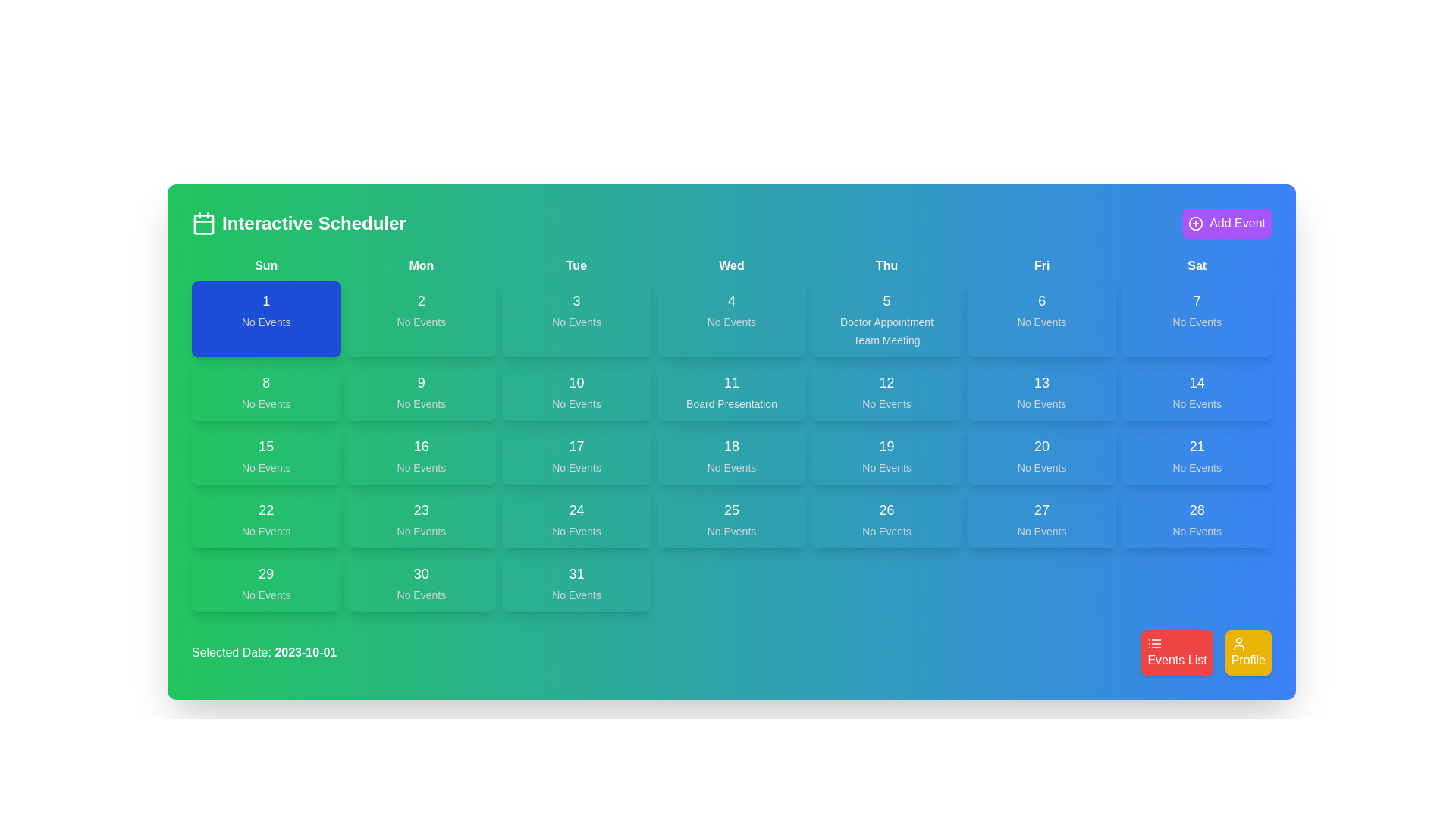 The image size is (1456, 819). I want to click on the static text label that reads 'No Events', which is styled with a small font size and light gray color, located inside a green background and positioned directly below the number '16' in the fourth column and third row of the calendar grid, so click(421, 467).